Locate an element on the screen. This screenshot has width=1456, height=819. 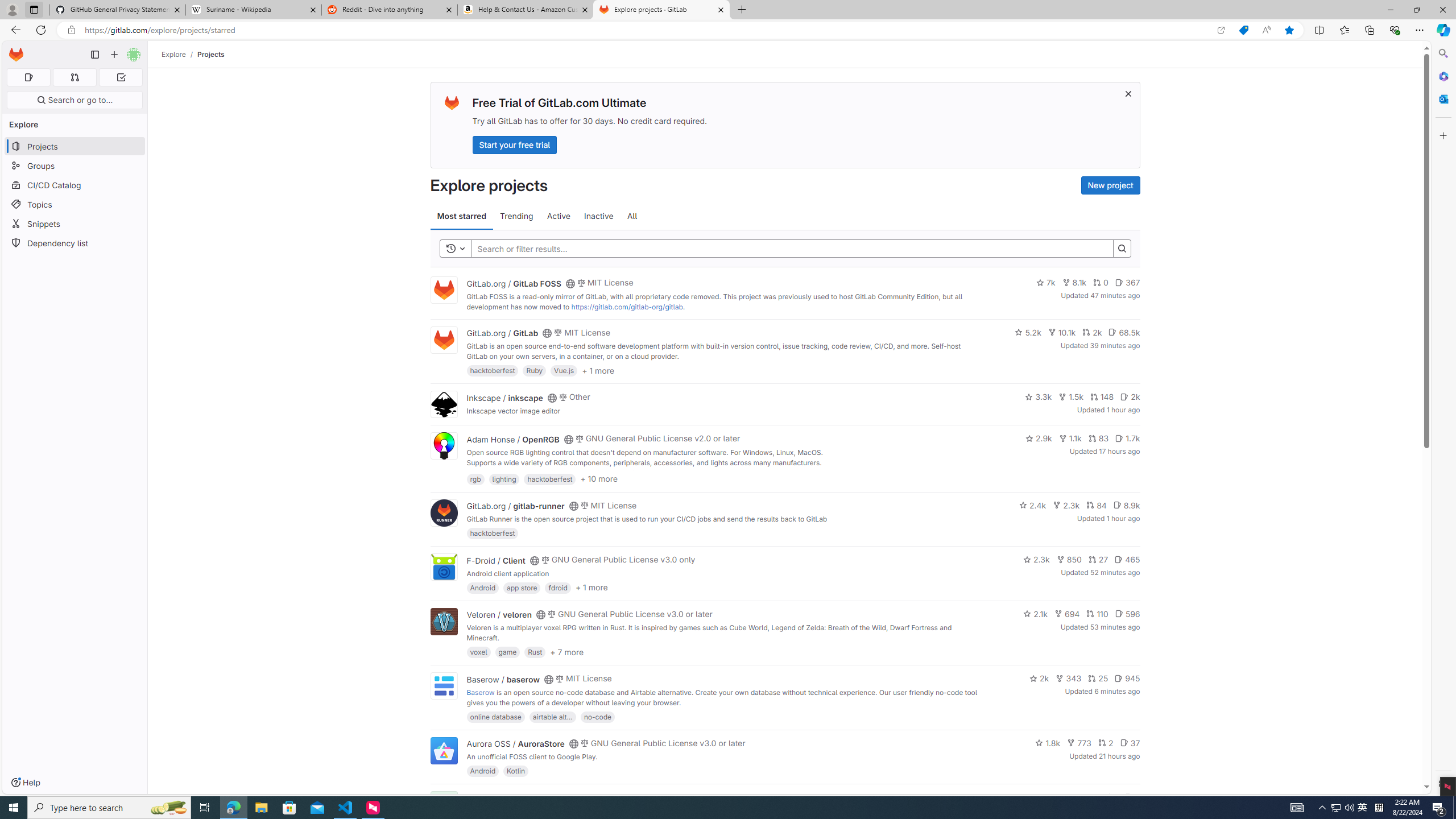
'https://gitlab.com/gitlab-org/gitlab' is located at coordinates (626, 307).